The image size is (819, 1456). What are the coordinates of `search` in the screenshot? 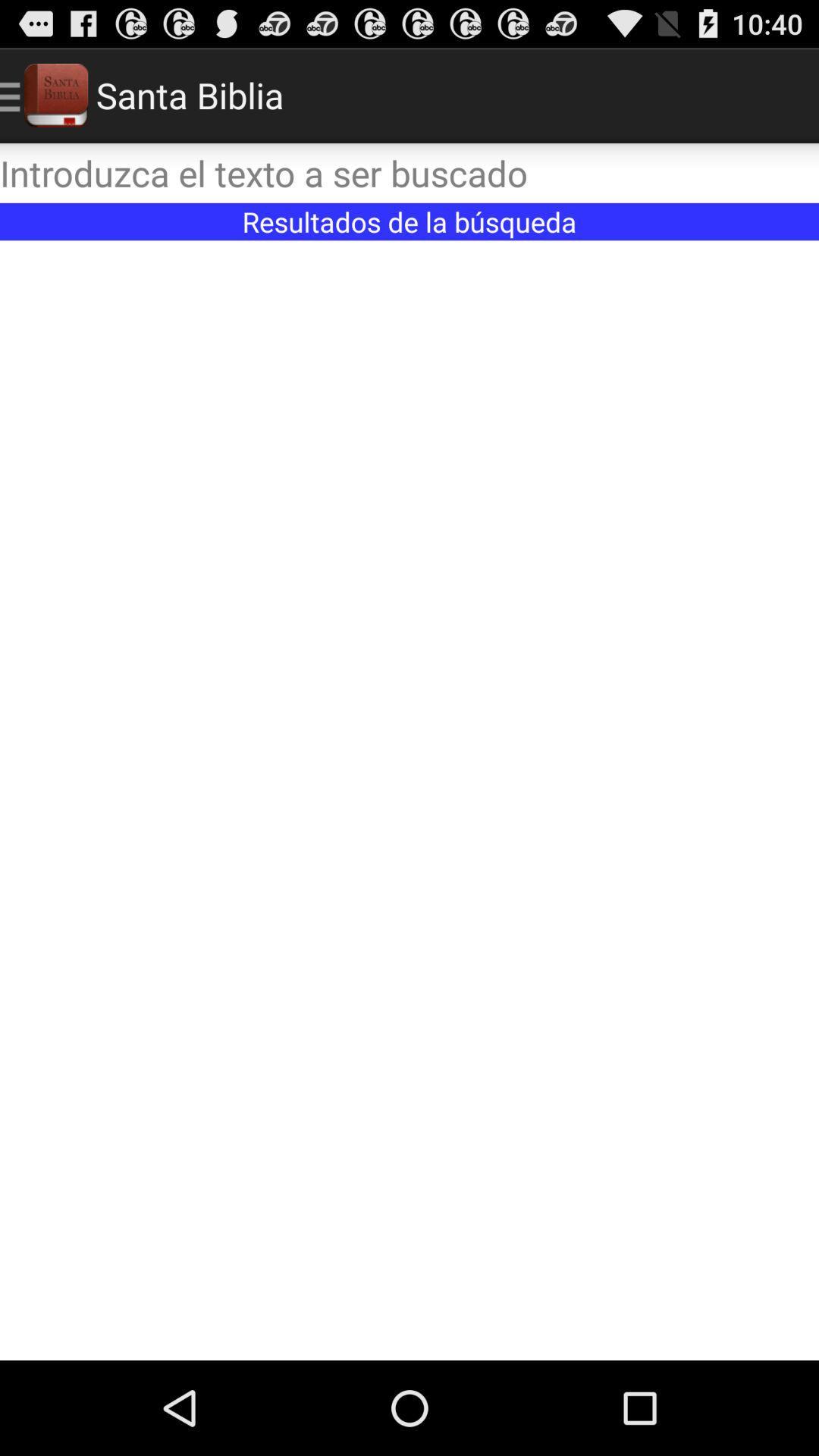 It's located at (409, 173).